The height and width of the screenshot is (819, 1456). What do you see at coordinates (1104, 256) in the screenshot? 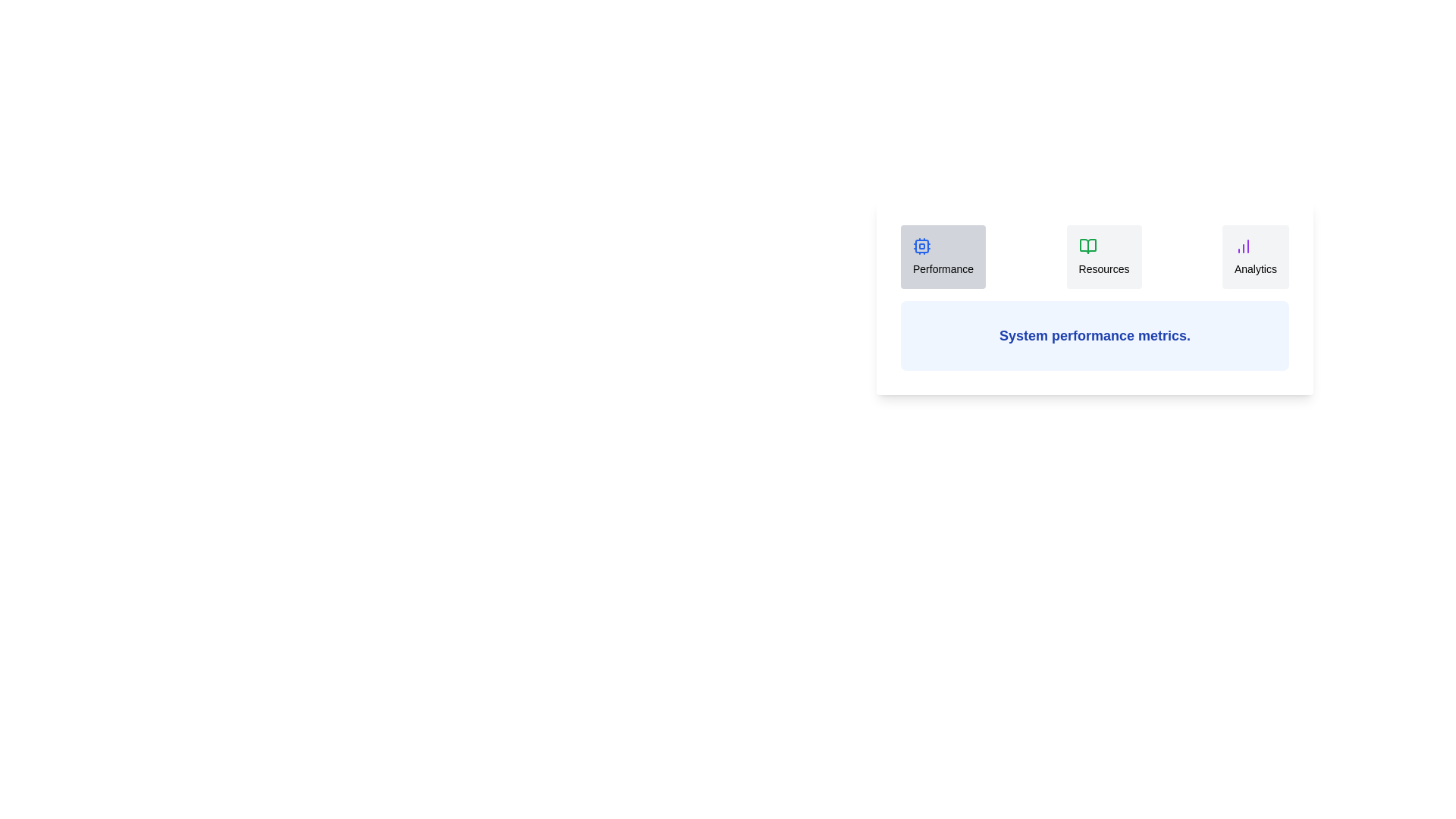
I see `the Resources tab to view its content` at bounding box center [1104, 256].